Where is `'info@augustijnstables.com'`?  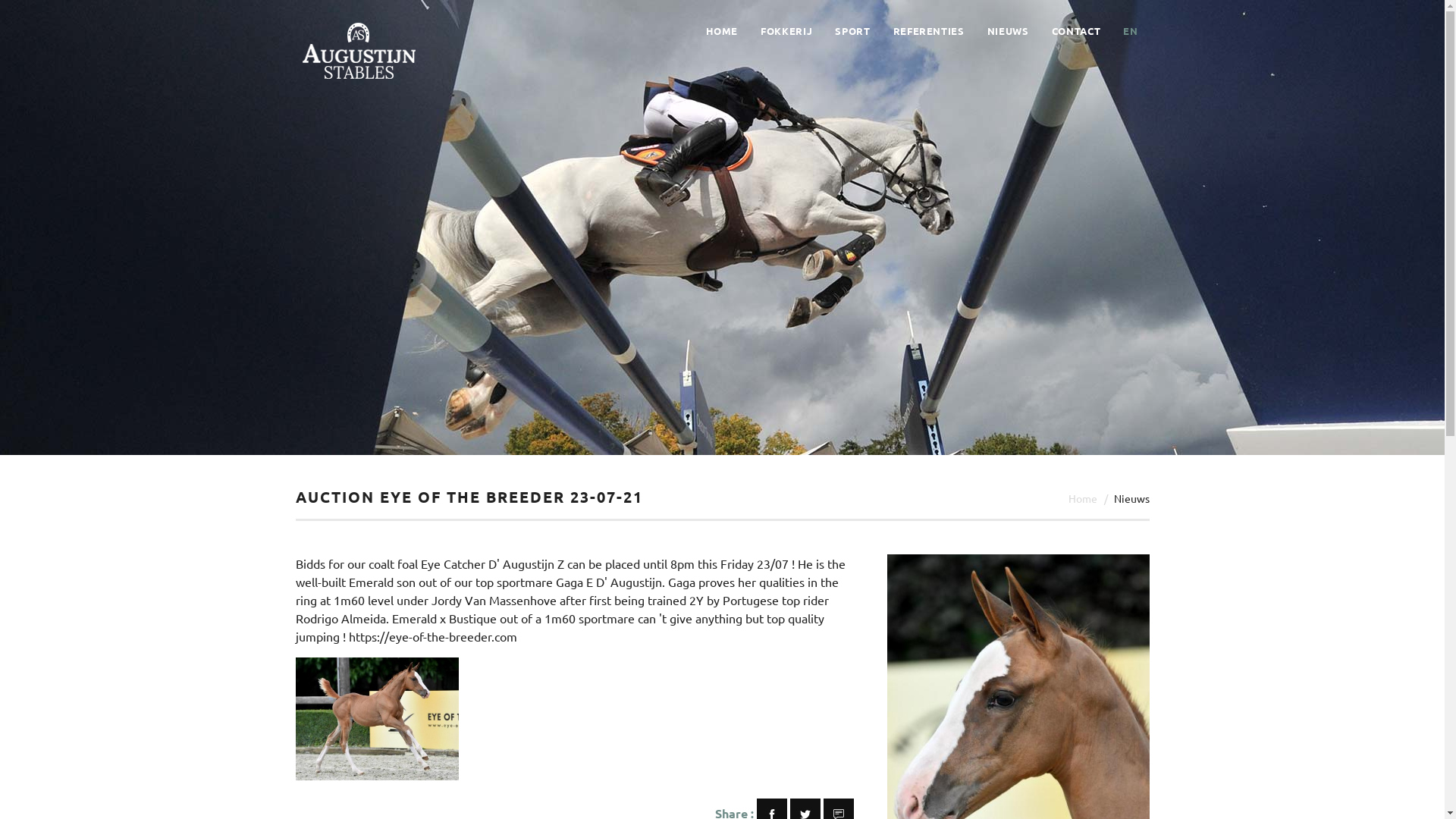 'info@augustijnstables.com' is located at coordinates (822, 687).